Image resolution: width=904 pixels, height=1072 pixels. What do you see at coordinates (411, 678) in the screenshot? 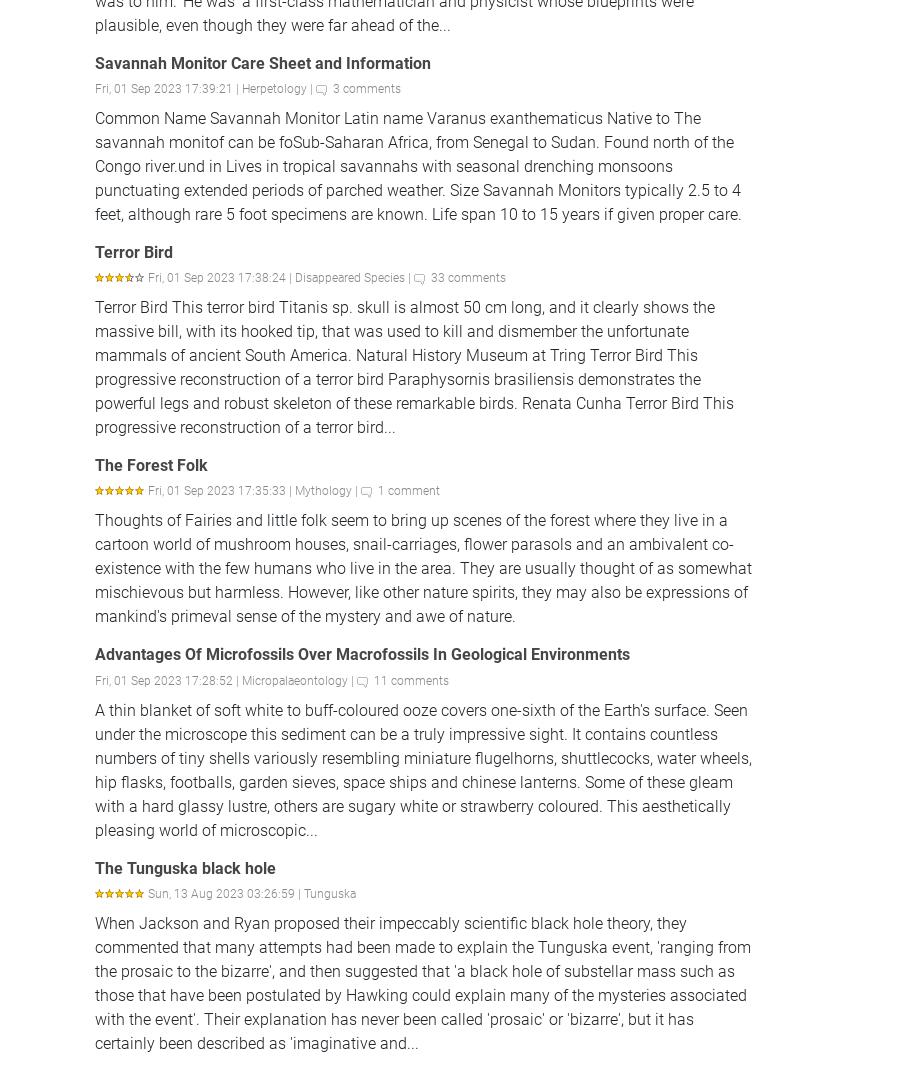
I see `'11 comments'` at bounding box center [411, 678].